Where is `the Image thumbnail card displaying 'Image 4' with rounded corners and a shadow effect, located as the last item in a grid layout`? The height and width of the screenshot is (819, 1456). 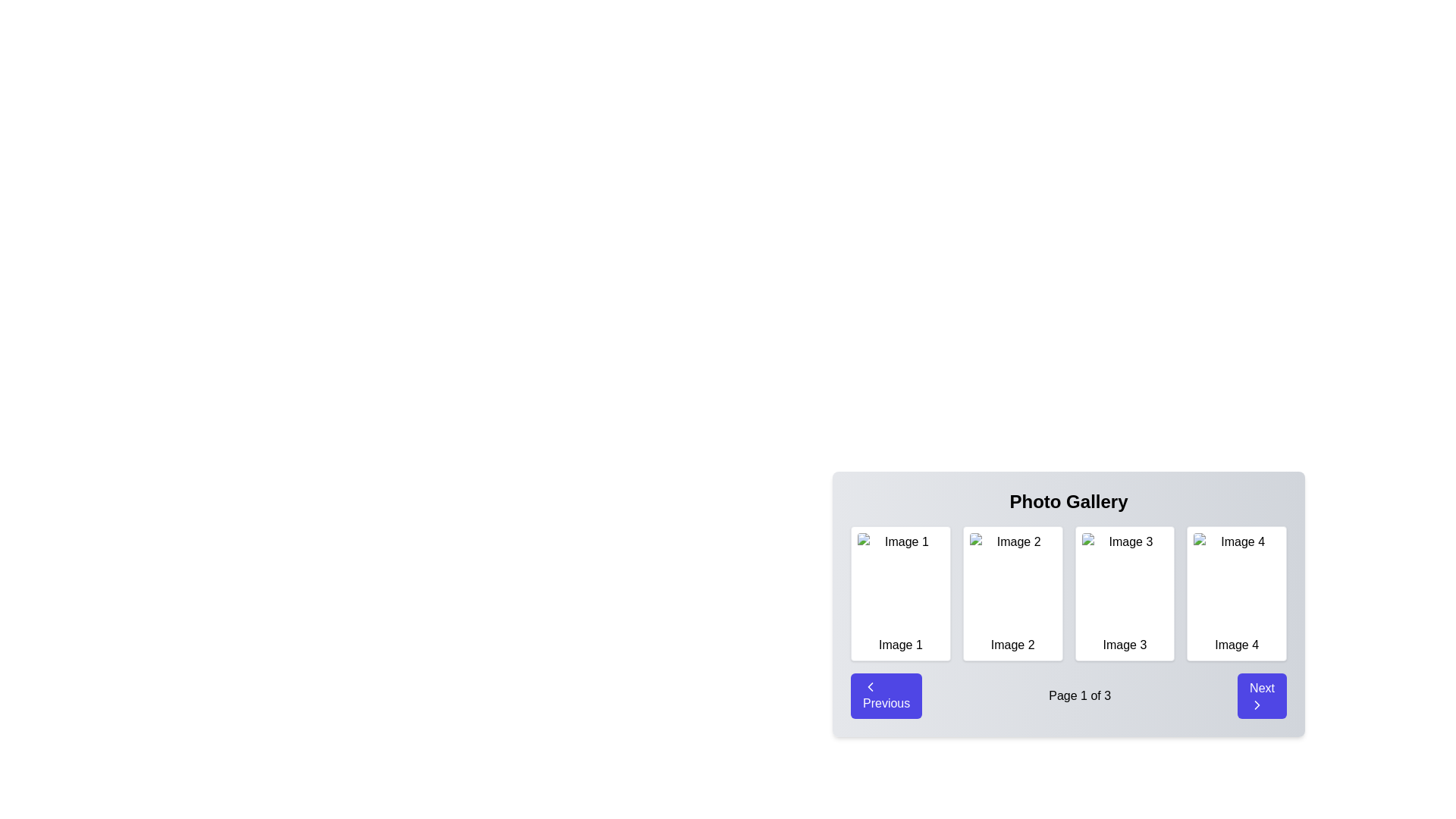
the Image thumbnail card displaying 'Image 4' with rounded corners and a shadow effect, located as the last item in a grid layout is located at coordinates (1237, 593).